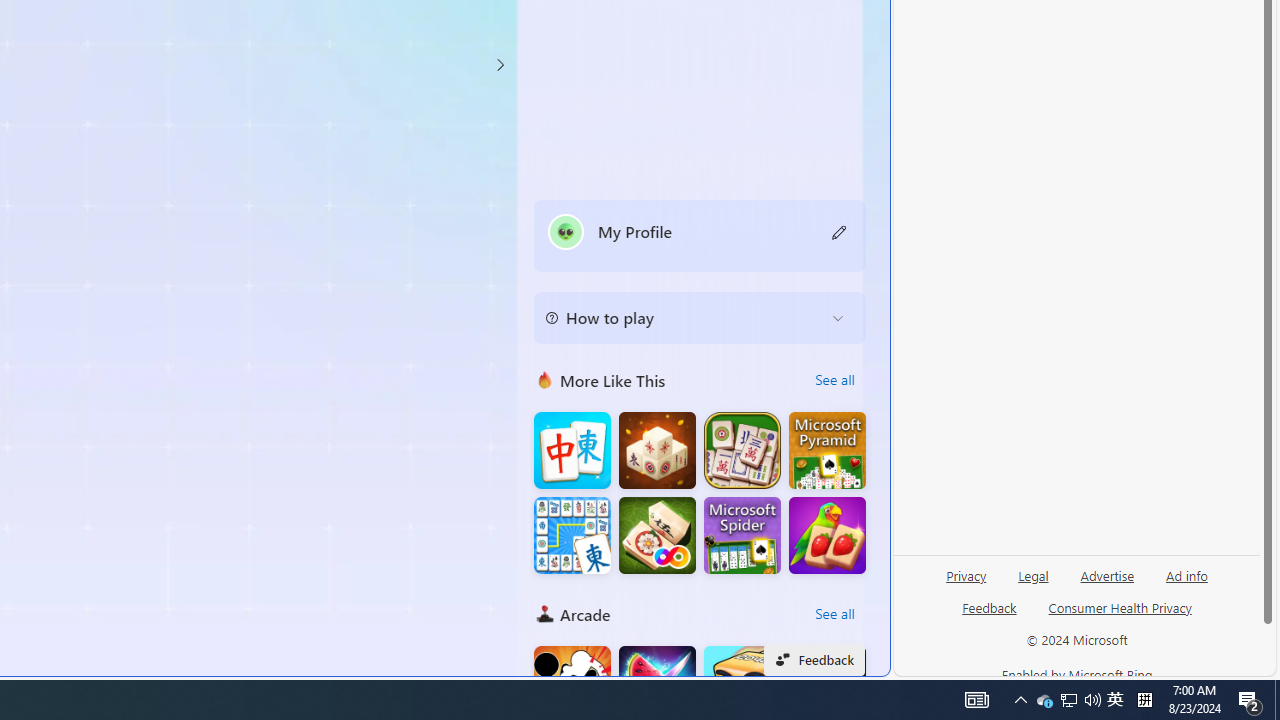  Describe the element at coordinates (657, 450) in the screenshot. I see `'Mahjong 3D Connect'` at that location.